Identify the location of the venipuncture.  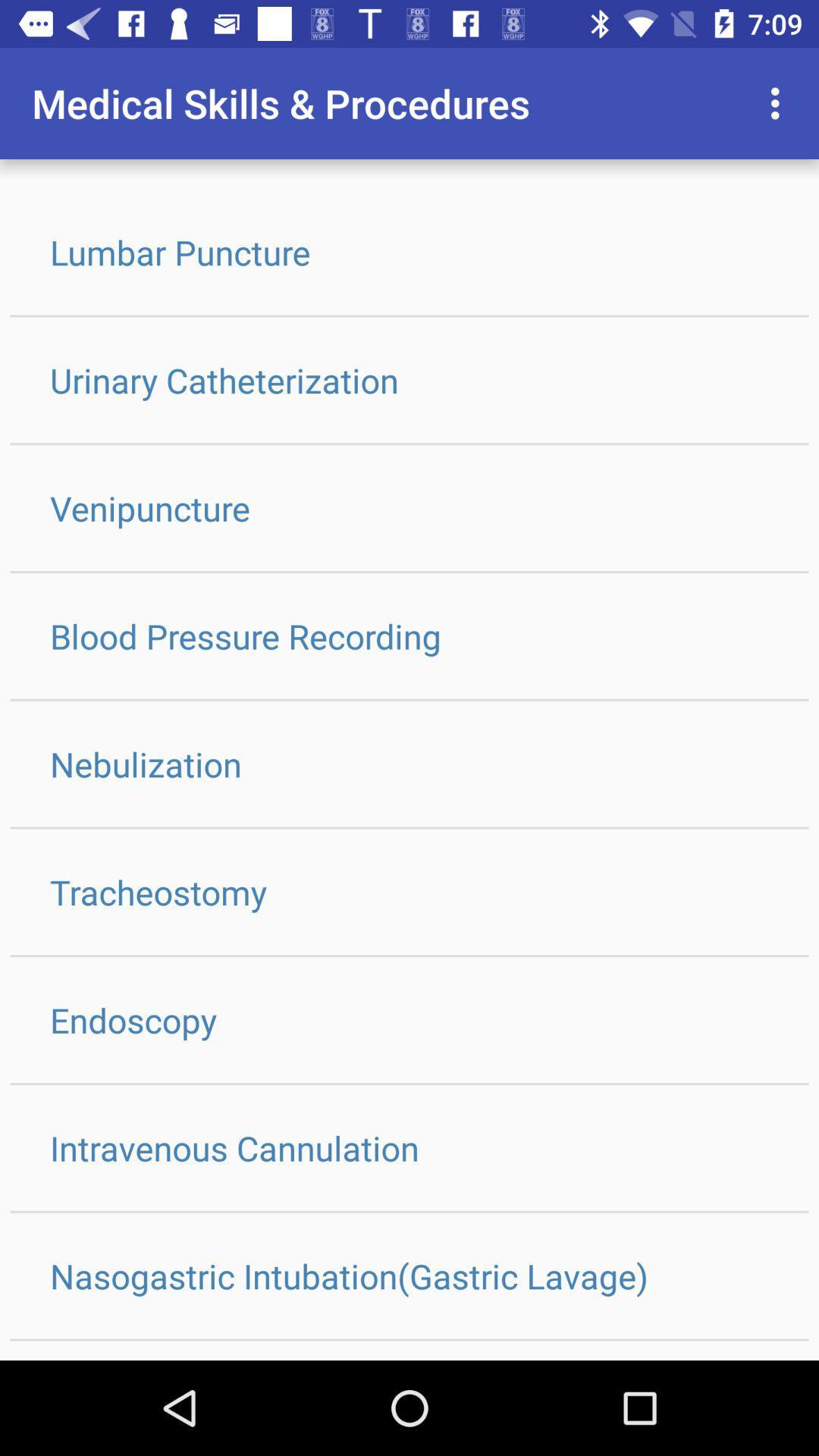
(409, 508).